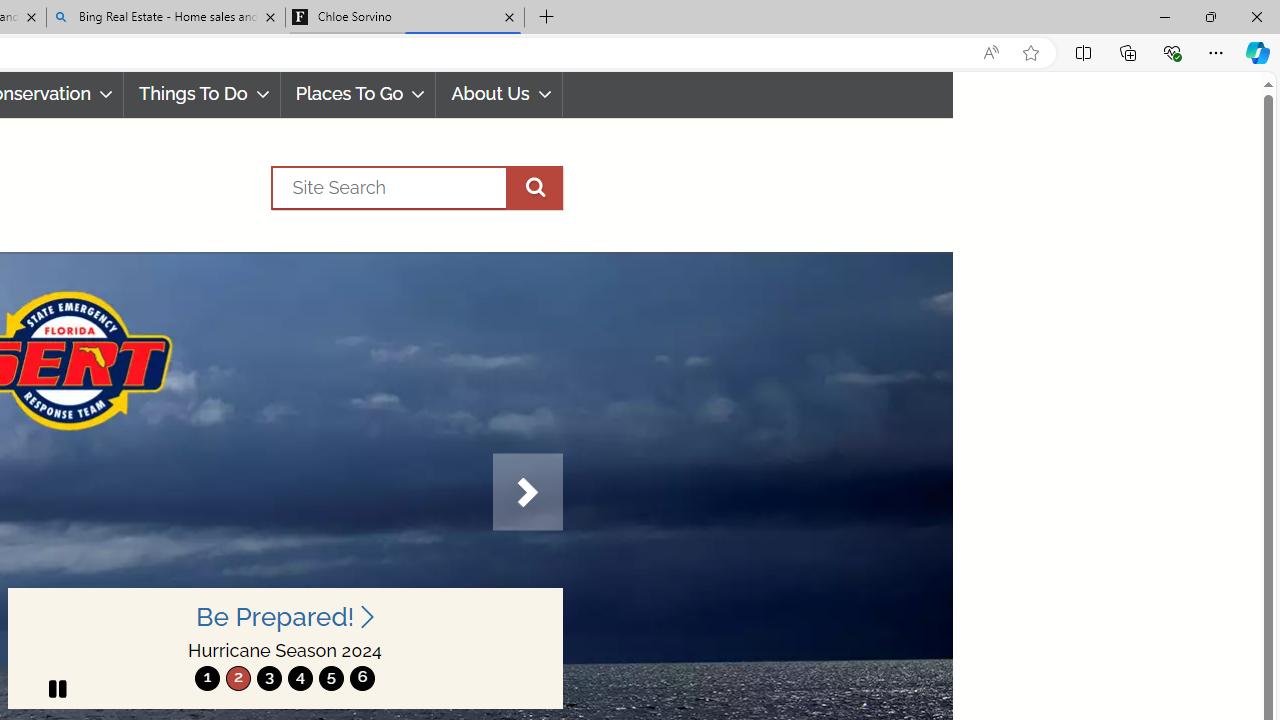 The image size is (1280, 720). I want to click on 'Things To Do', so click(202, 94).